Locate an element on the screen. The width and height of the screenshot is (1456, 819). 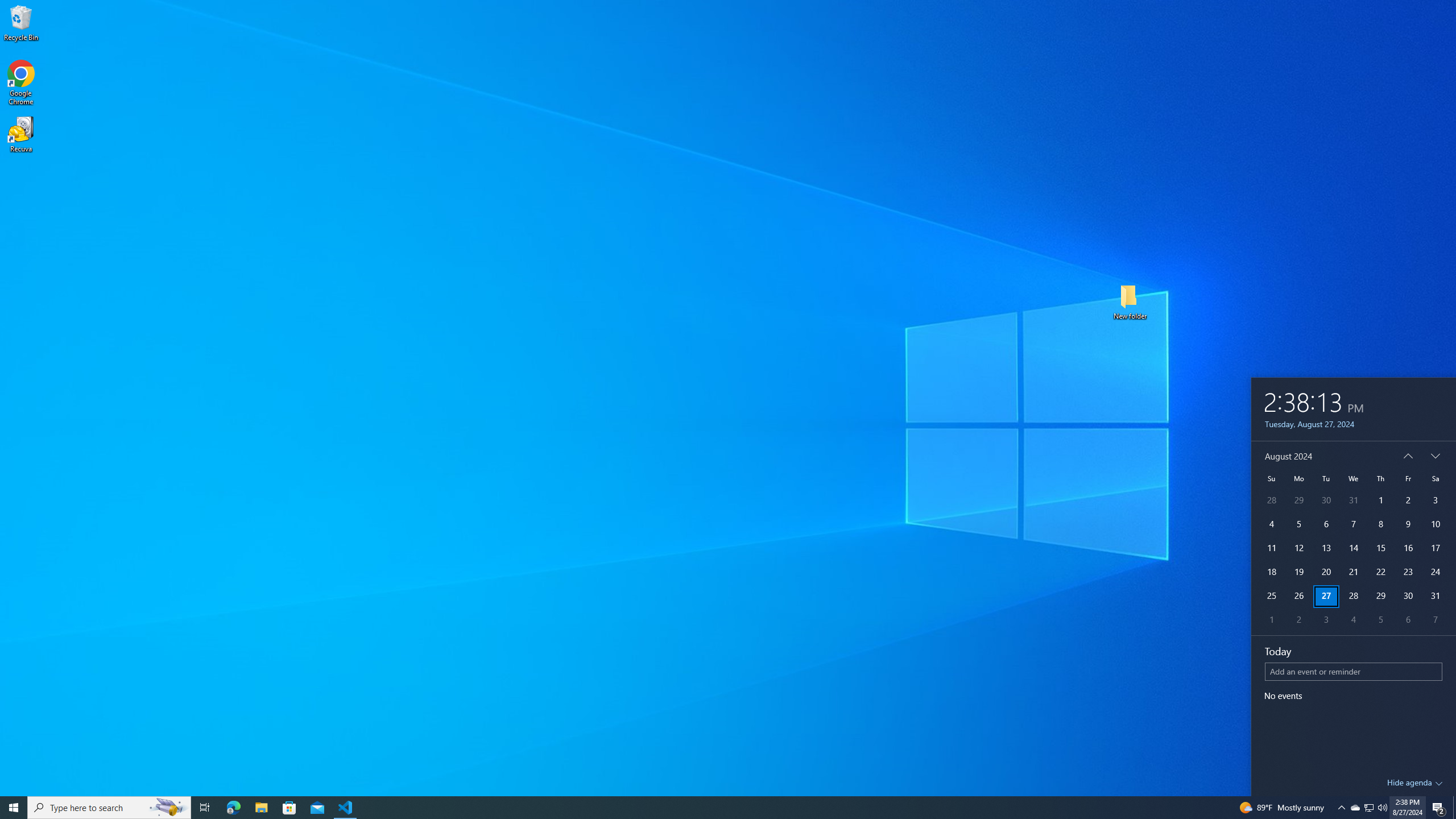
'28' is located at coordinates (1354, 597).